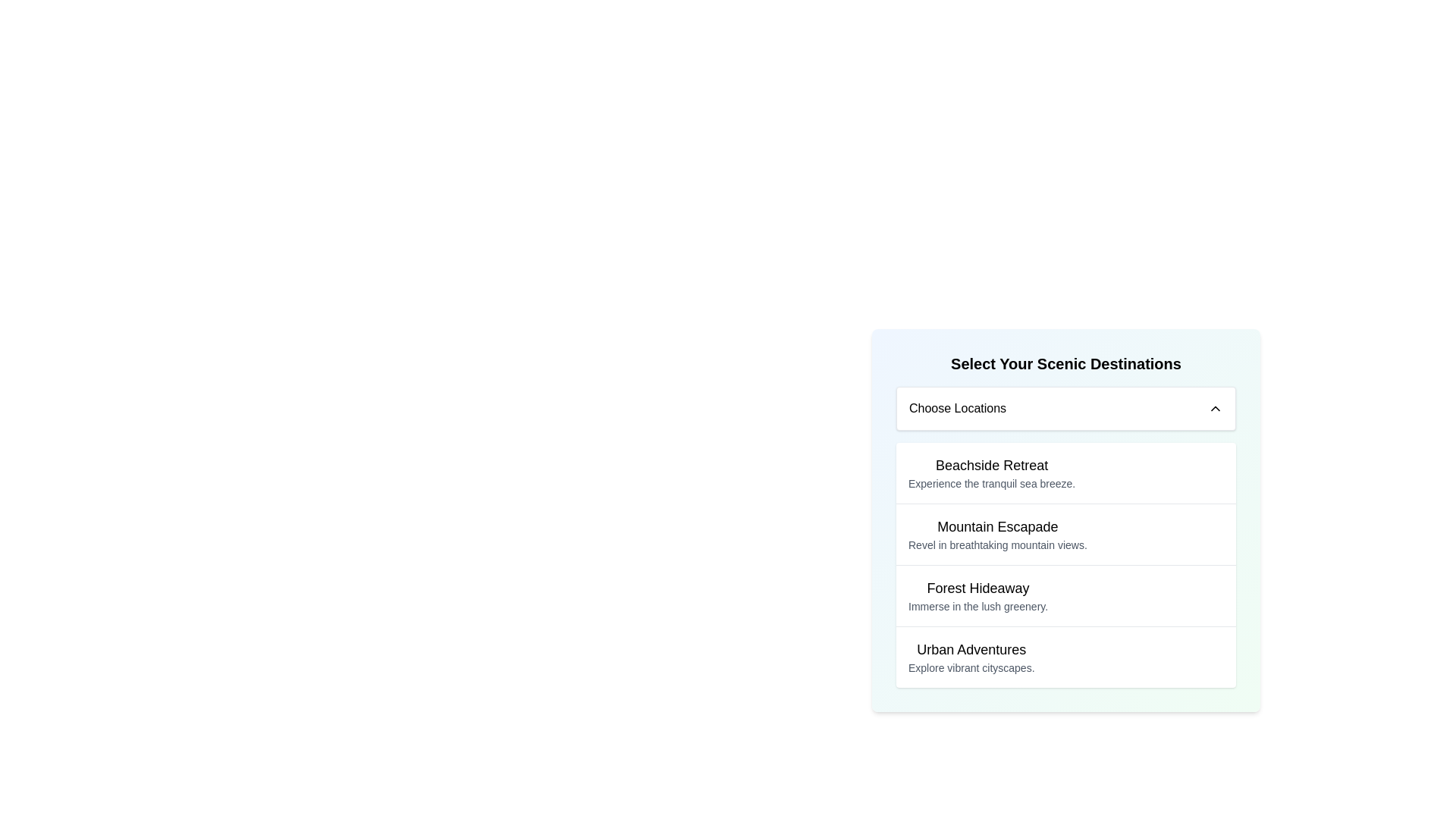 This screenshot has width=1456, height=819. What do you see at coordinates (1065, 533) in the screenshot?
I see `the selectable list item card titled 'Mountain Escapade', which features a bold title and a descriptive subtitle, positioned as the second element in a vertical list of scenic destinations` at bounding box center [1065, 533].